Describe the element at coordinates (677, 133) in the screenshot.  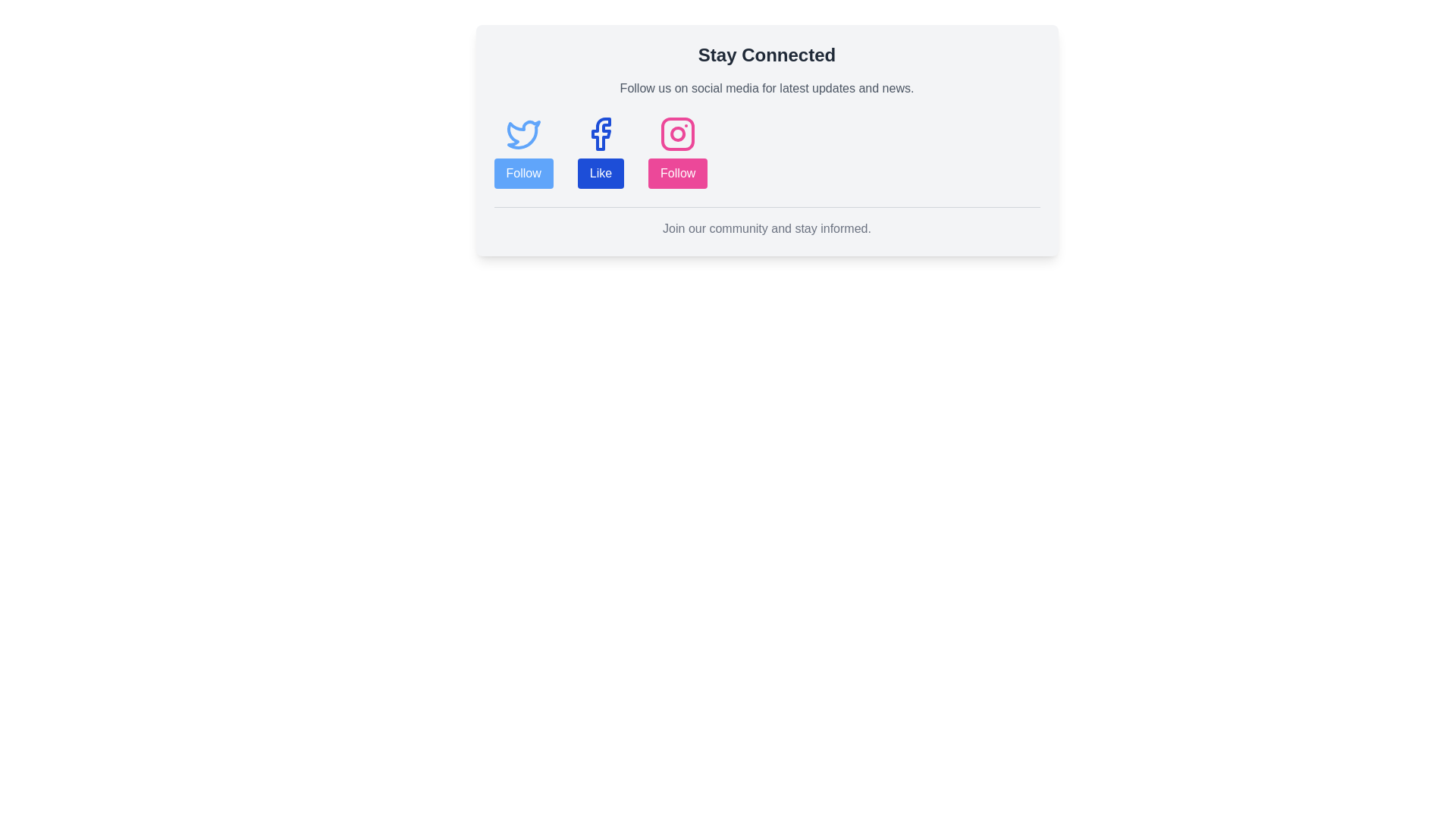
I see `the Instagram icon located in the third position of the social media icons row` at that location.